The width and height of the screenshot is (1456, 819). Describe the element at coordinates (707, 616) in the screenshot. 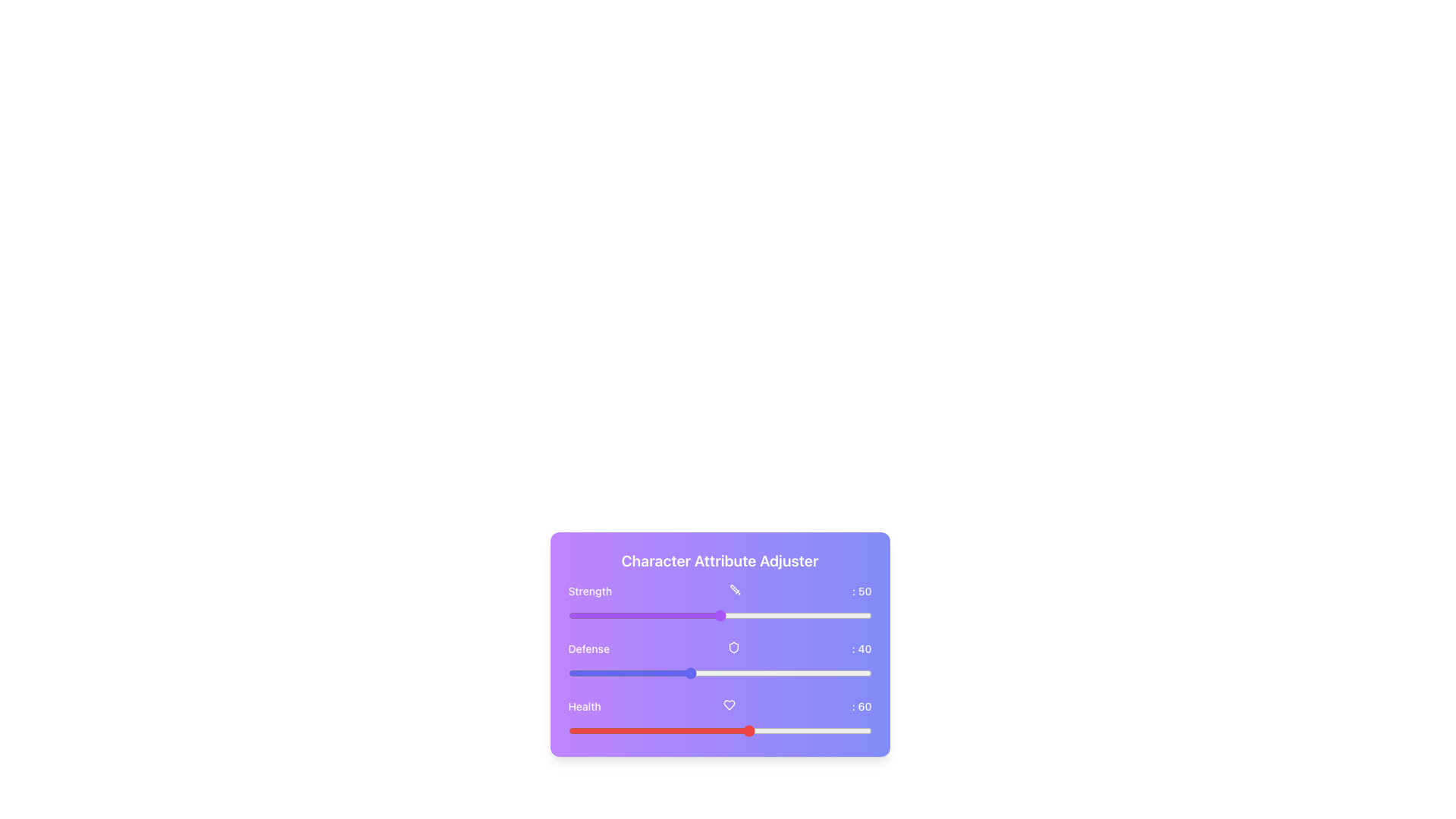

I see `the Strength attribute` at that location.